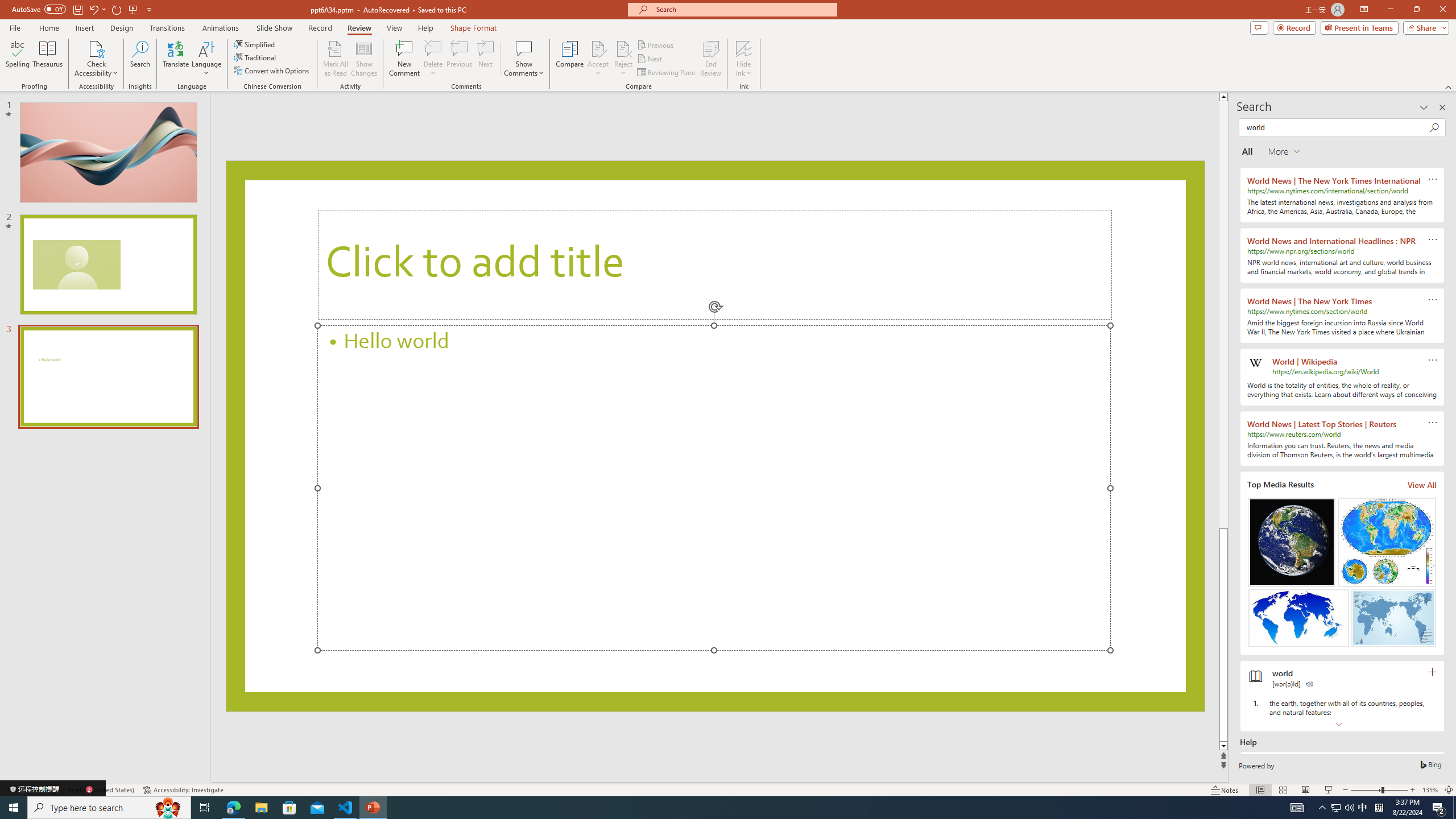 The width and height of the screenshot is (1456, 819). Describe the element at coordinates (710, 59) in the screenshot. I see `'End Review'` at that location.